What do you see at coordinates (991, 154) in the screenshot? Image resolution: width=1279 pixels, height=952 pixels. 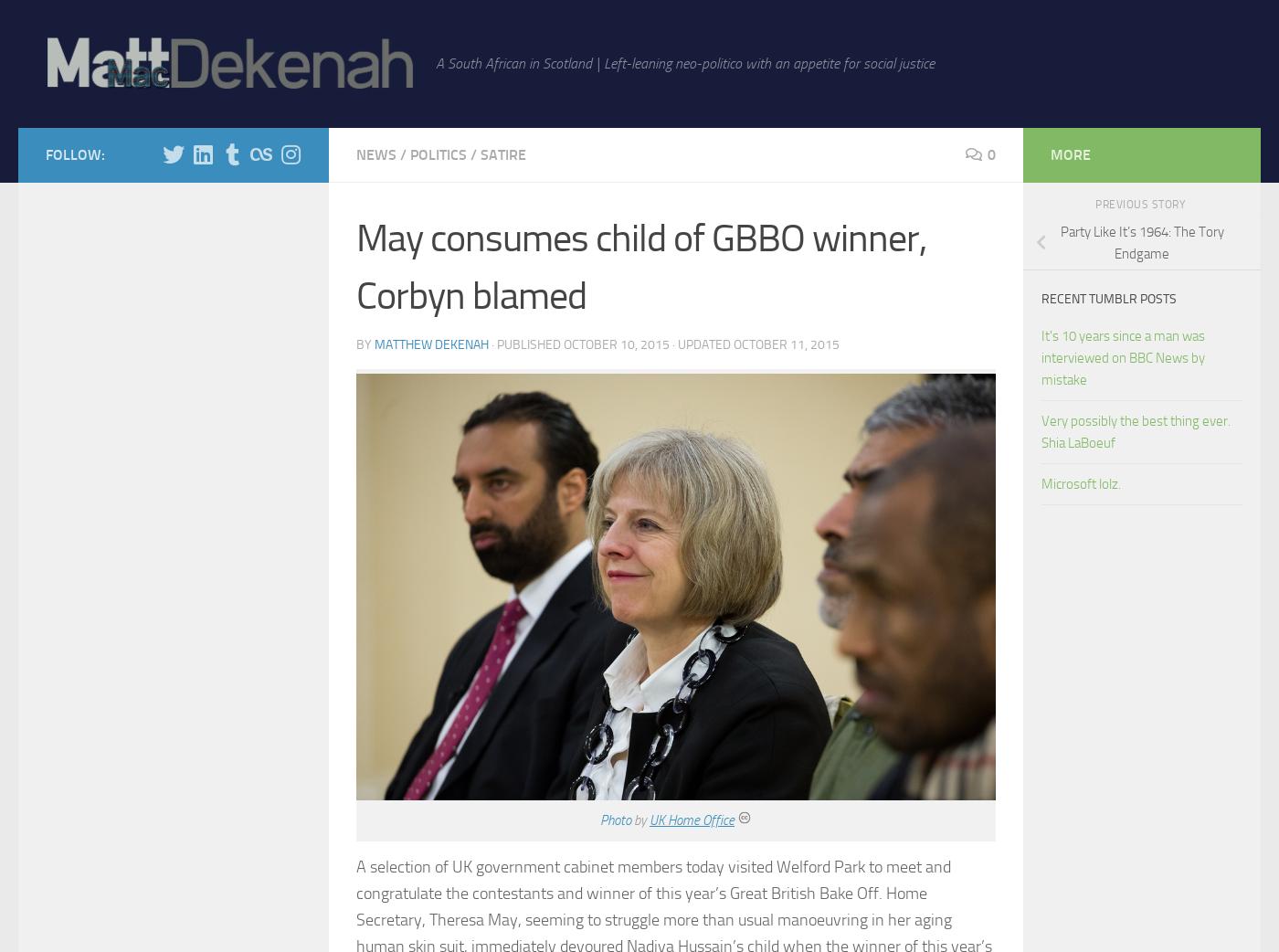 I see `'0'` at bounding box center [991, 154].